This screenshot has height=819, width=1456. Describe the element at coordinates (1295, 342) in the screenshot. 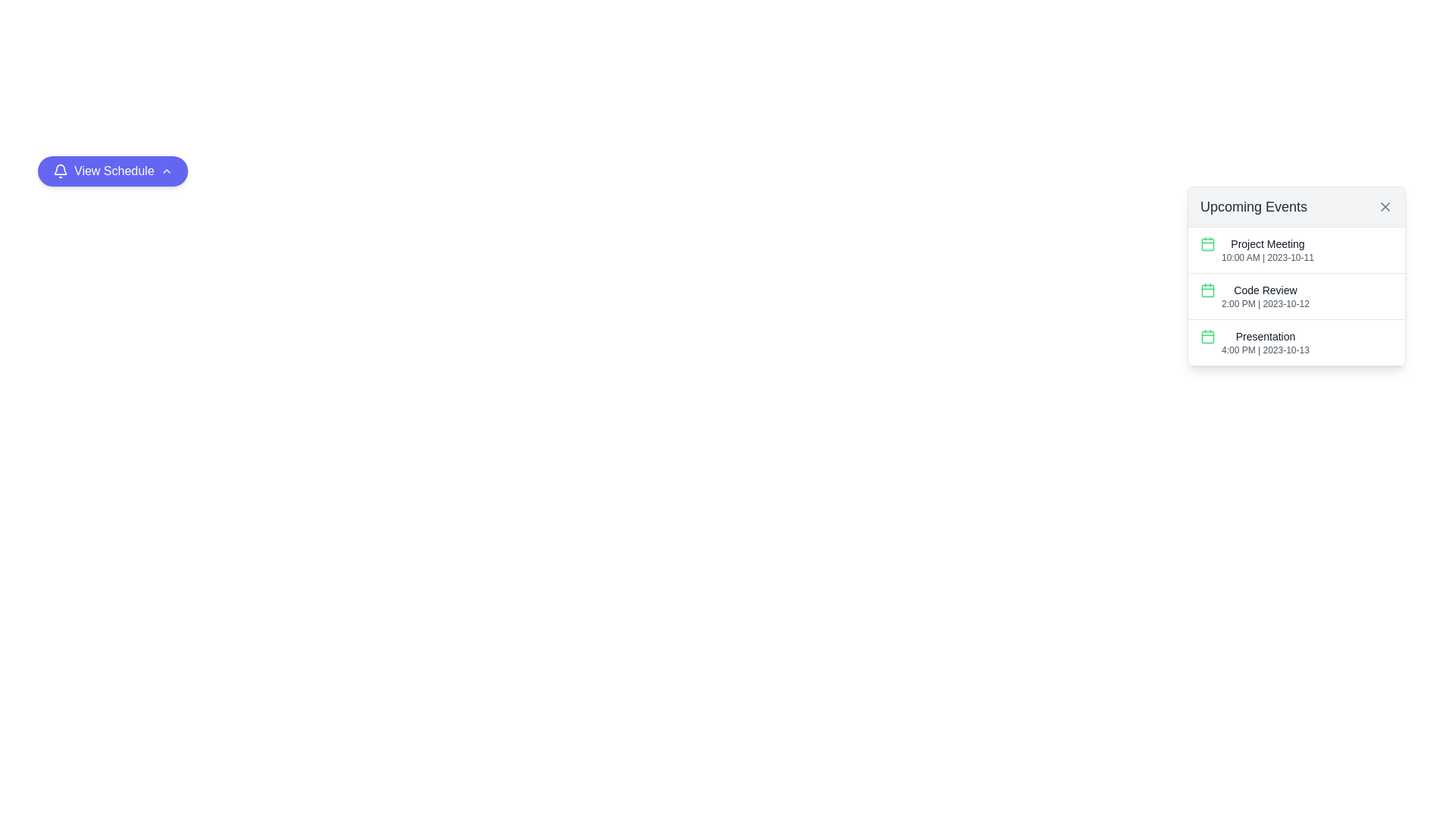

I see `the third item in the 'Upcoming Events' list, which contains the text 'Presentation' and a calendar icon` at that location.